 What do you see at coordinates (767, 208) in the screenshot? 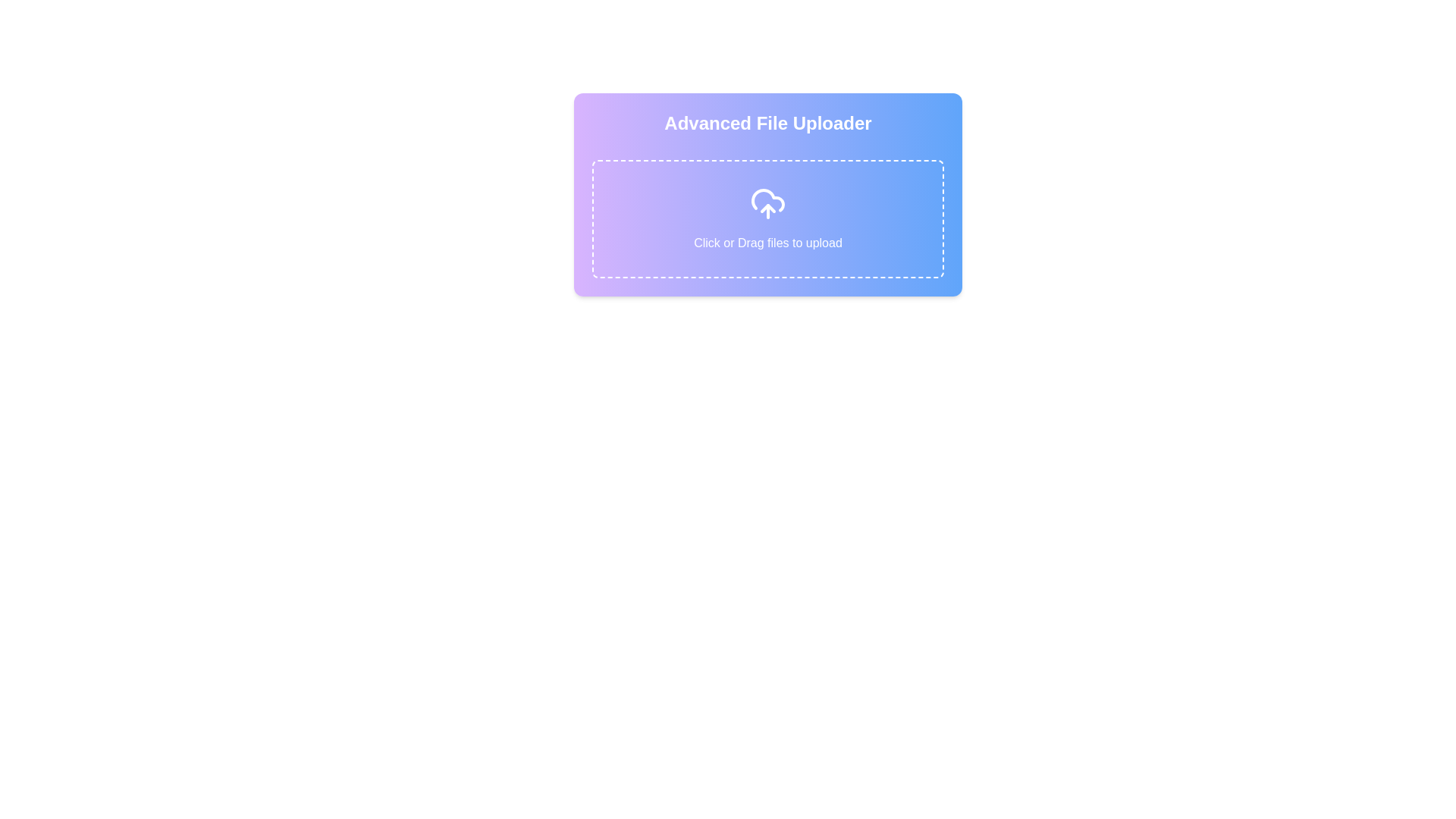
I see `the Decorative icon used for uploading data, which is located in the lower region of the SVG element` at bounding box center [767, 208].